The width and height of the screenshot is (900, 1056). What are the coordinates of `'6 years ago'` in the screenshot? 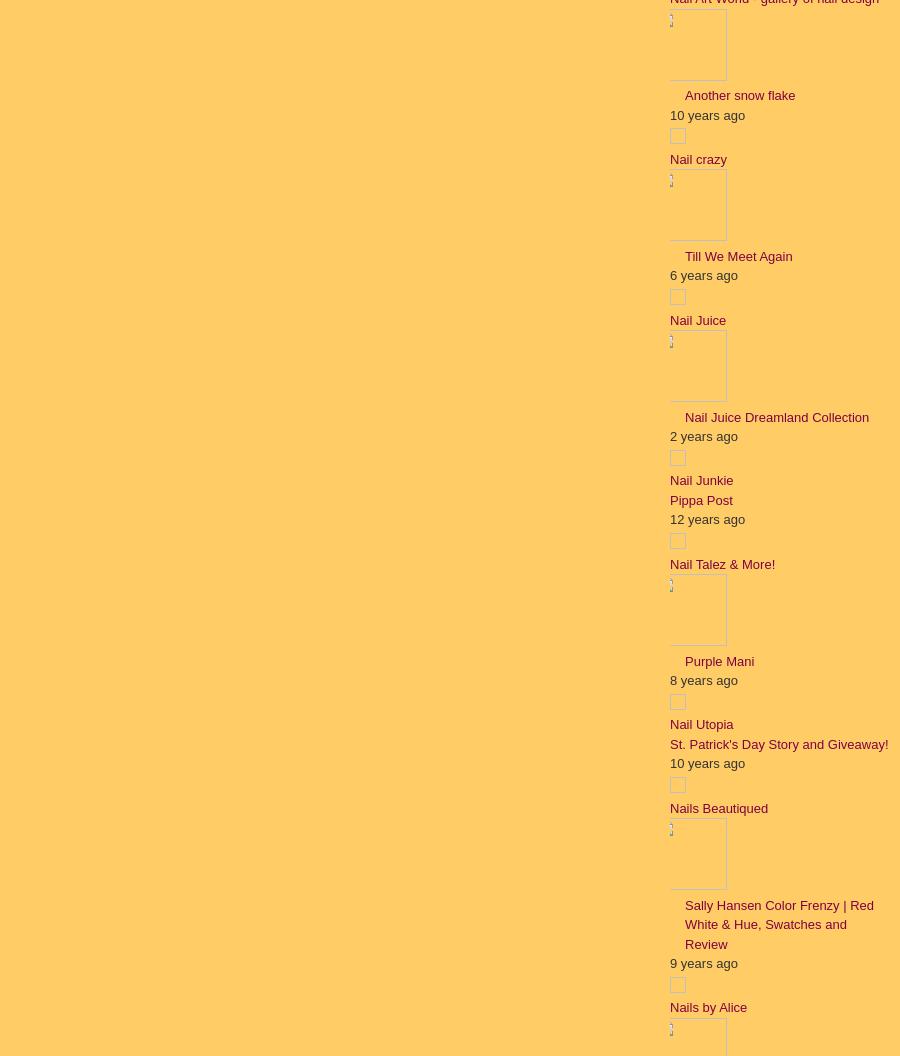 It's located at (702, 275).